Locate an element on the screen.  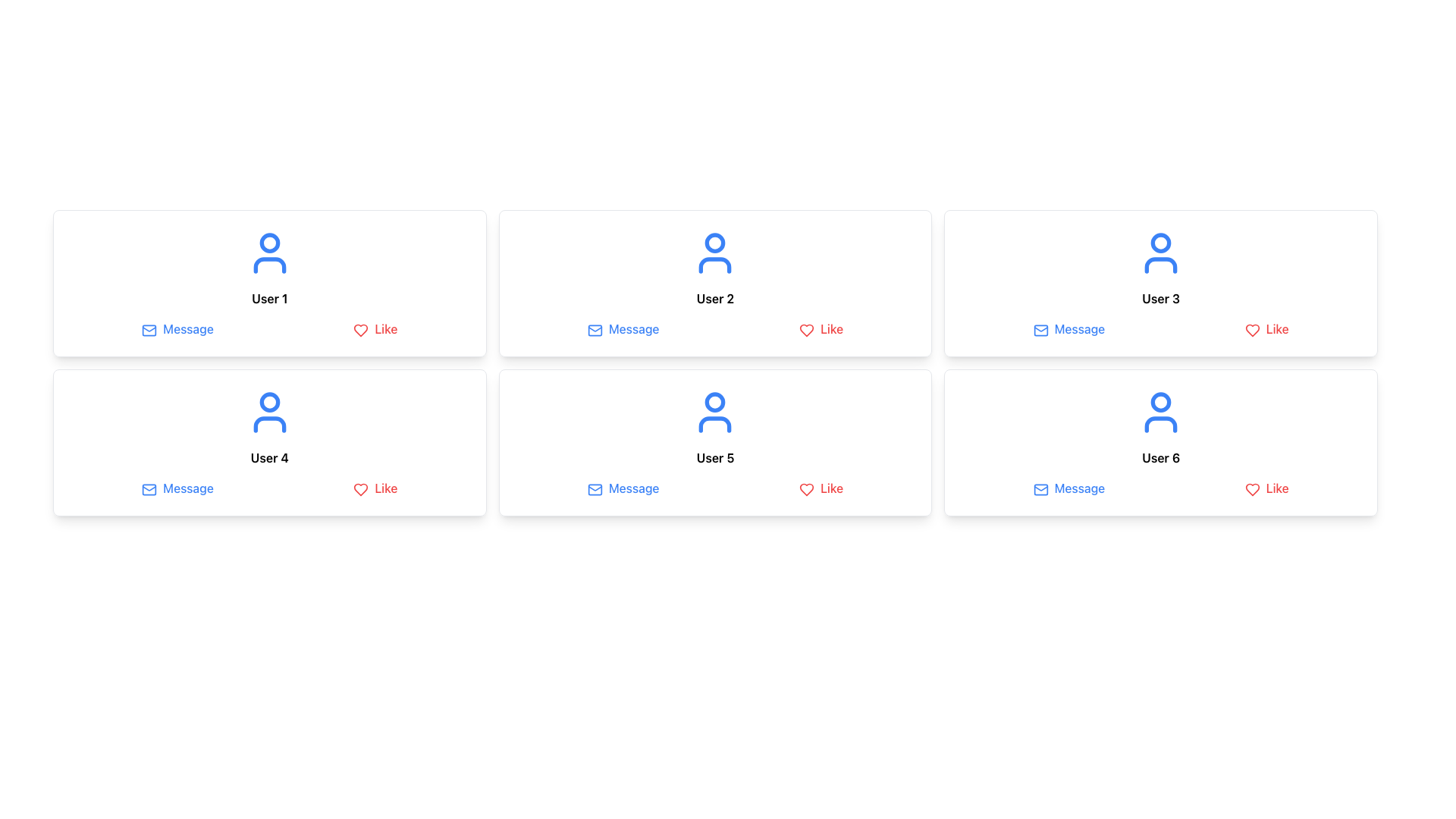
the Decorative Graphic (Circle) that visually represents part of the user avatar for 'User 1', located at the center of the avatar graphic is located at coordinates (269, 242).